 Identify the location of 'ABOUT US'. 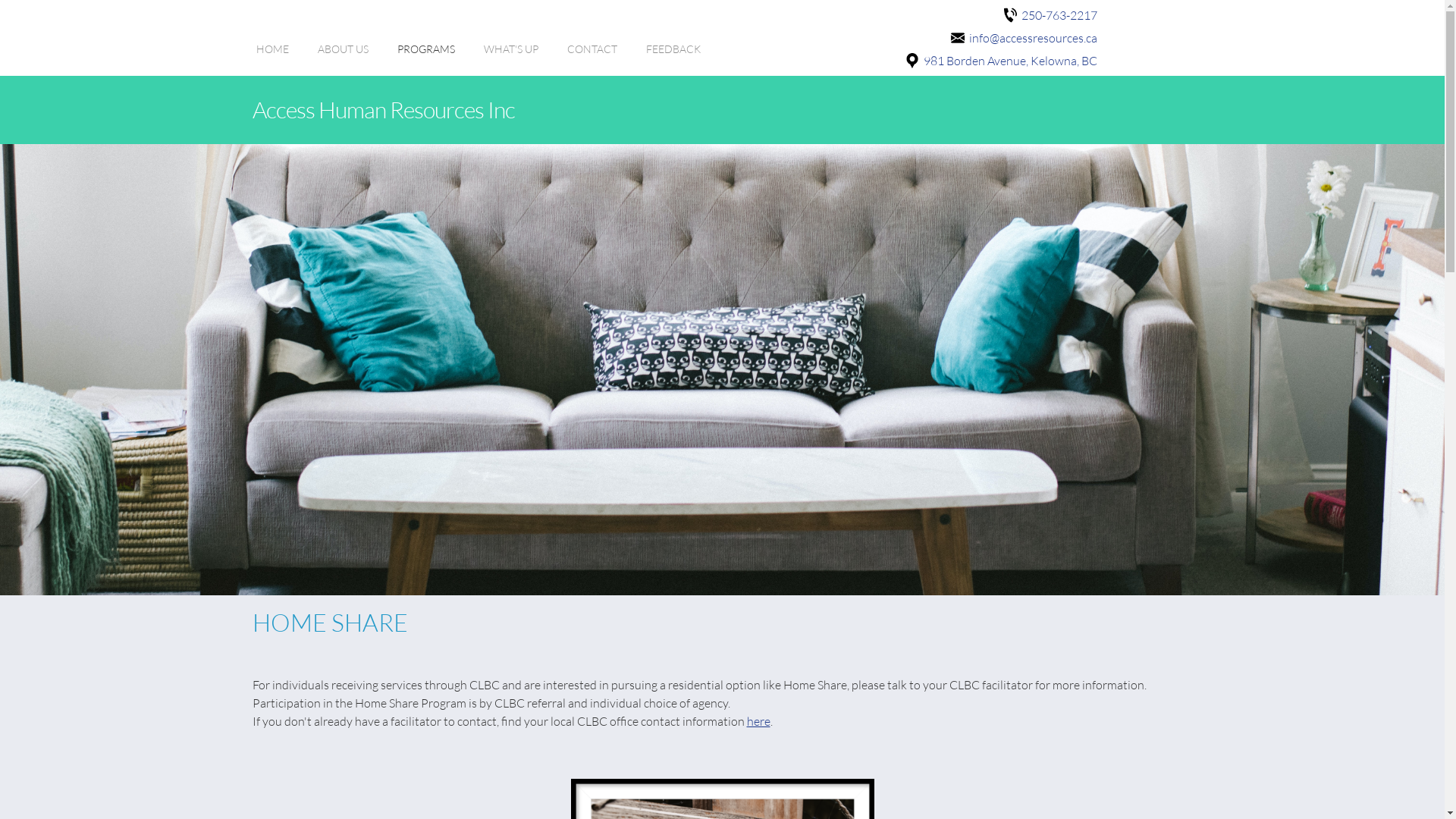
(315, 55).